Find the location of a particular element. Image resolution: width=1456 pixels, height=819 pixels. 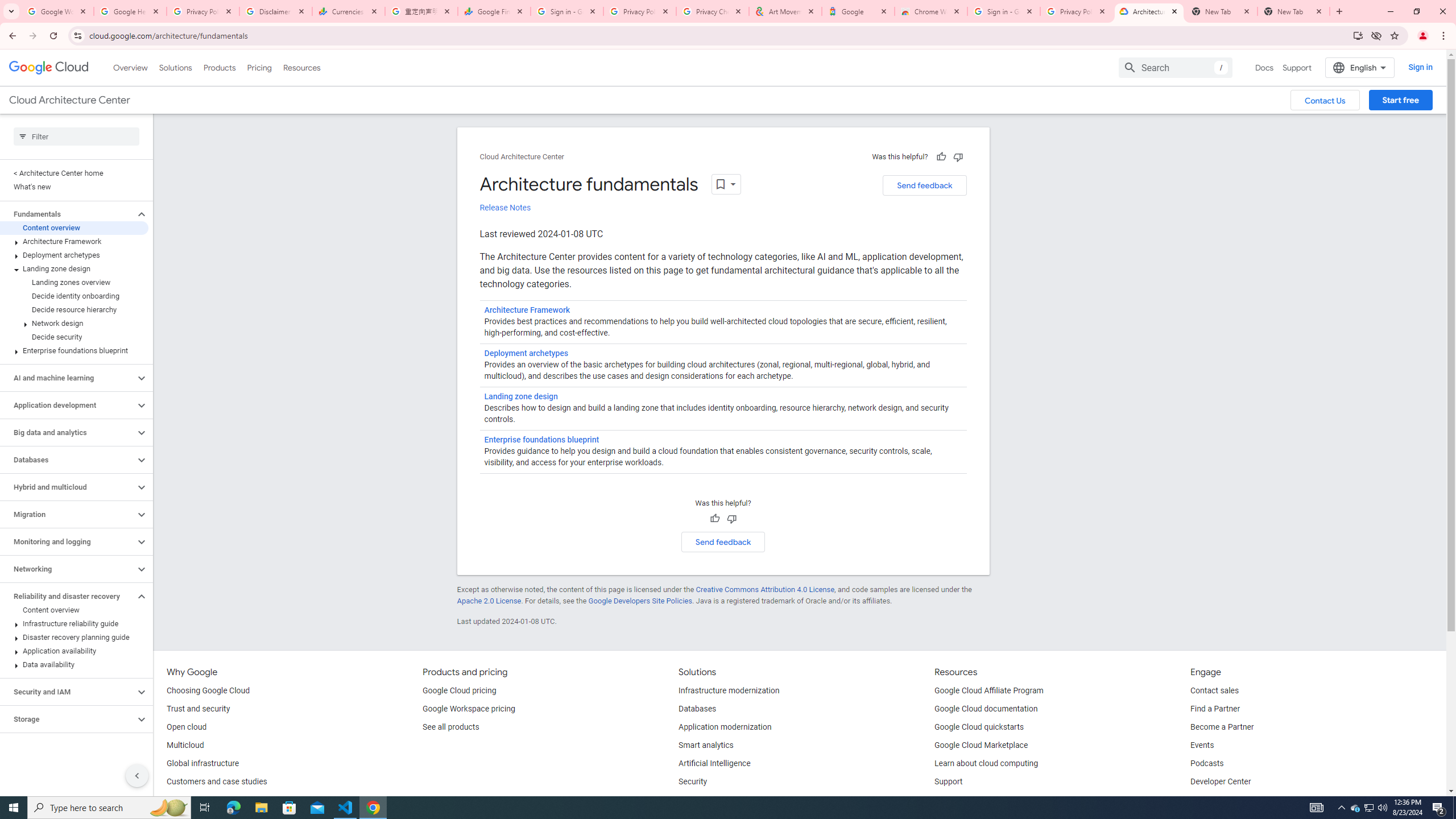

'Decide resource hierarchy' is located at coordinates (74, 309).